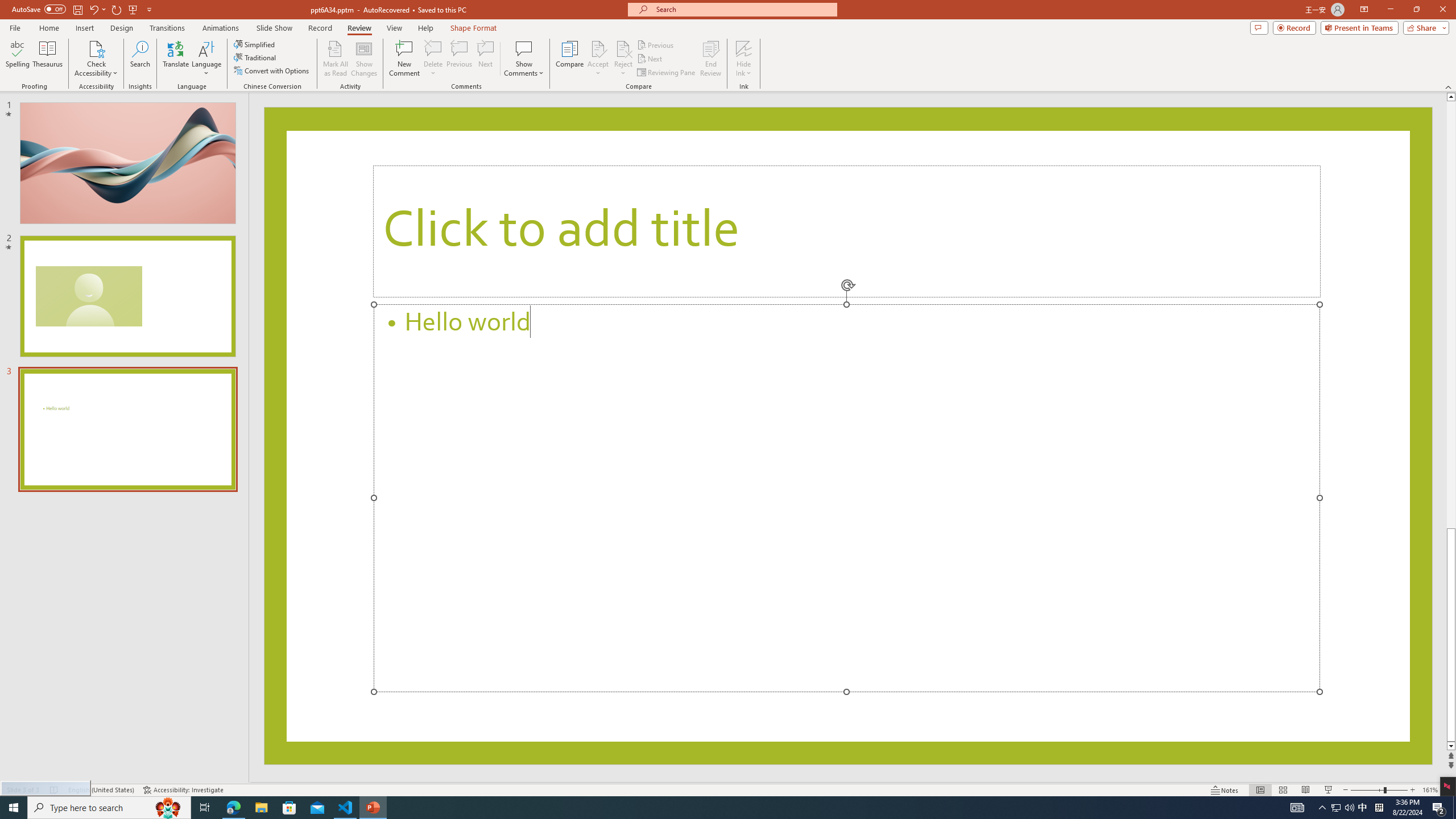 The width and height of the screenshot is (1456, 819). What do you see at coordinates (1359, 27) in the screenshot?
I see `'Present in Teams'` at bounding box center [1359, 27].